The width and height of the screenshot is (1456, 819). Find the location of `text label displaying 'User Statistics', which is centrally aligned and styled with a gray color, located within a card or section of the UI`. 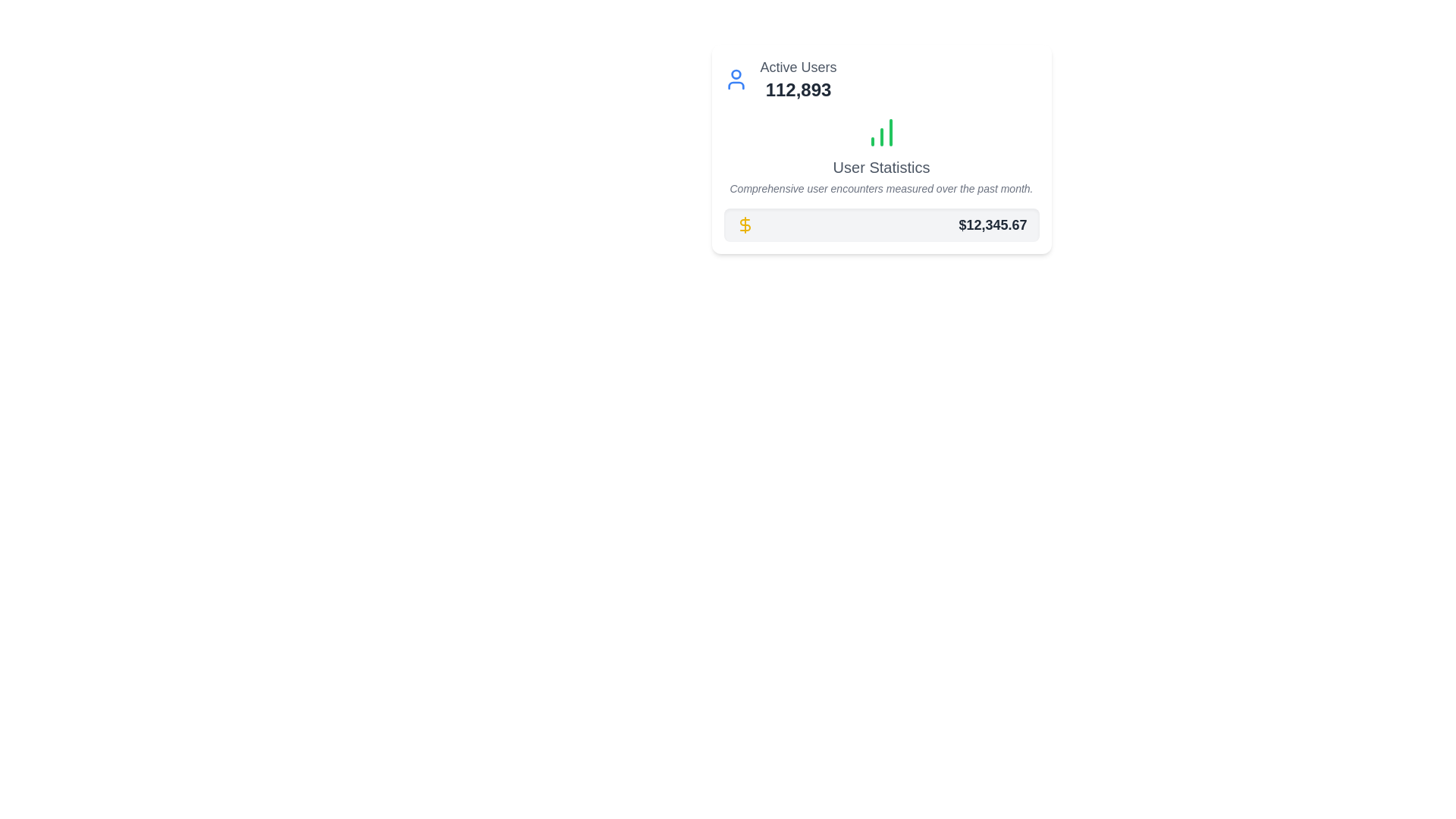

text label displaying 'User Statistics', which is centrally aligned and styled with a gray color, located within a card or section of the UI is located at coordinates (881, 167).